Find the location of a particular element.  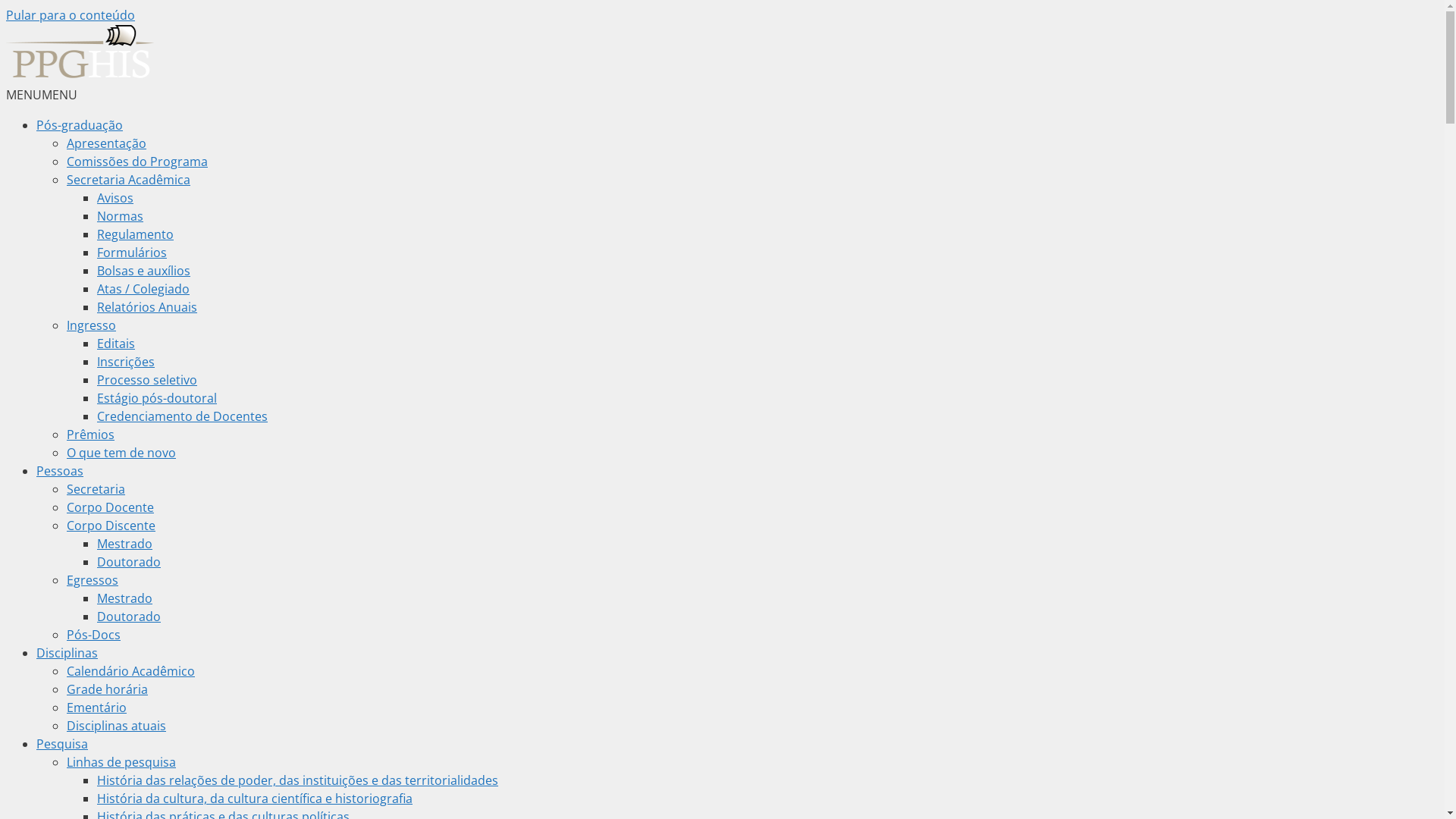

'Corpo Docente' is located at coordinates (109, 507).